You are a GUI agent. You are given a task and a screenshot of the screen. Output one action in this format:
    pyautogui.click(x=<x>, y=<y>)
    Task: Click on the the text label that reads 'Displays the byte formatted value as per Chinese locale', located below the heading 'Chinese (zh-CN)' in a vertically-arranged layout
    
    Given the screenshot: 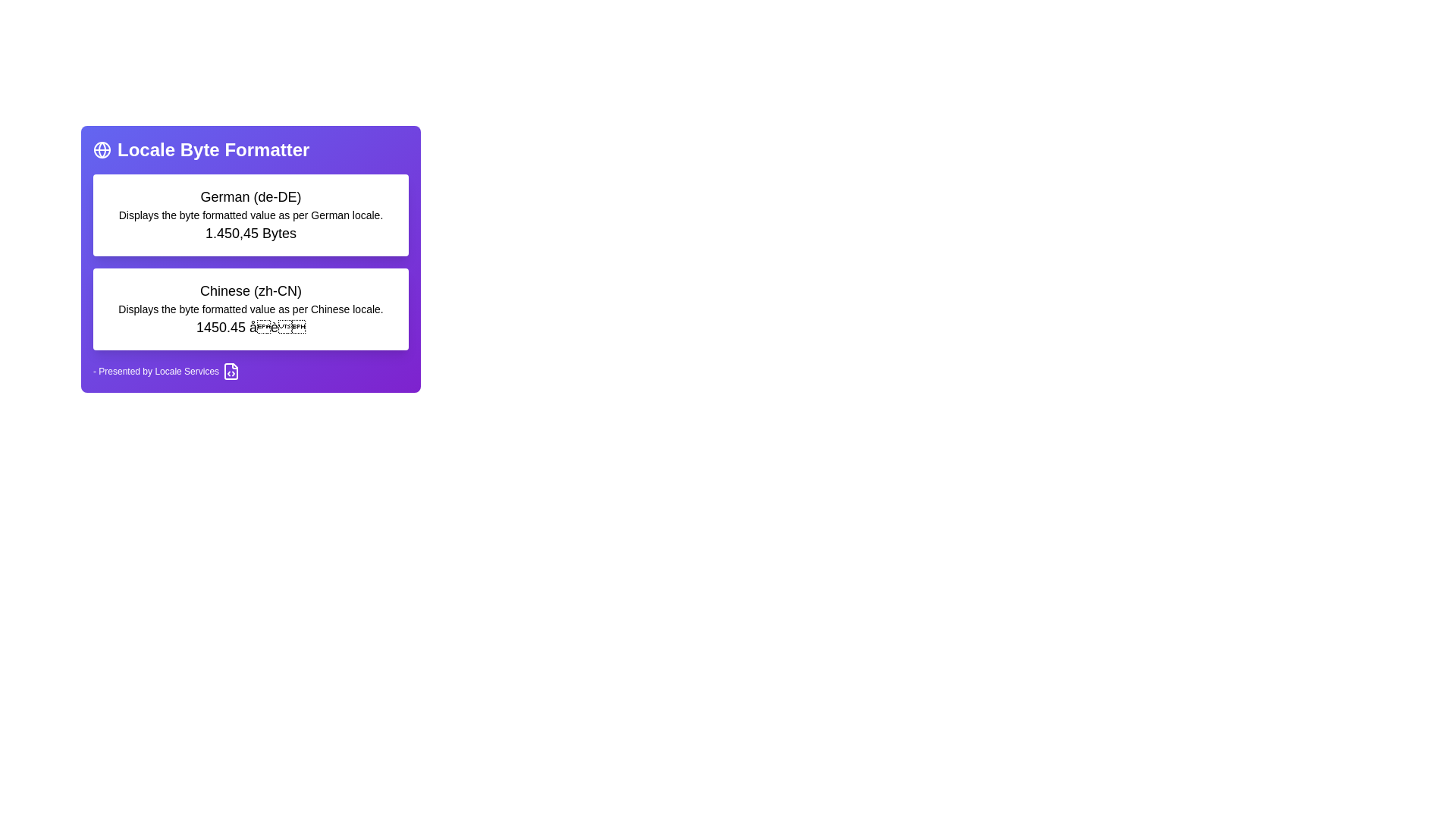 What is the action you would take?
    pyautogui.click(x=251, y=309)
    